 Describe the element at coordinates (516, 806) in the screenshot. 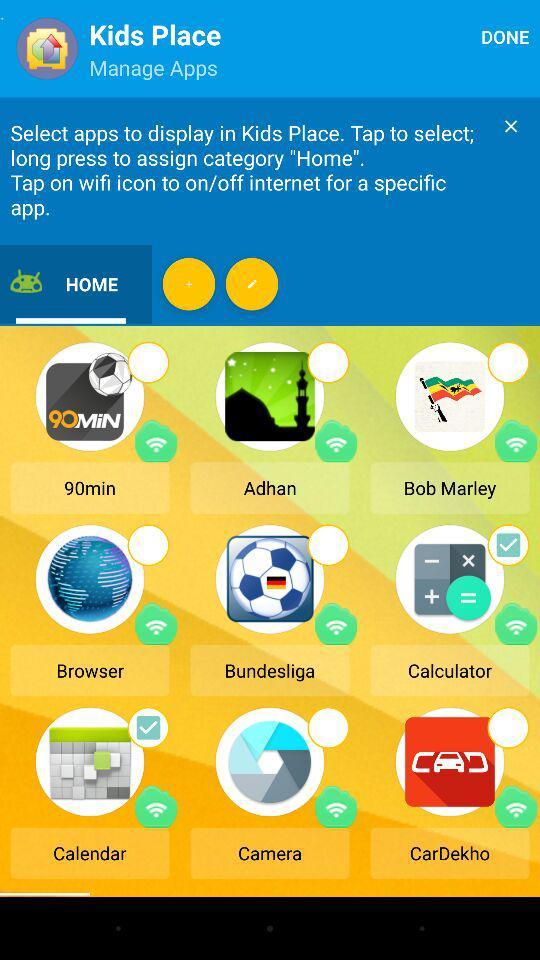

I see `wifi icon on/off` at that location.